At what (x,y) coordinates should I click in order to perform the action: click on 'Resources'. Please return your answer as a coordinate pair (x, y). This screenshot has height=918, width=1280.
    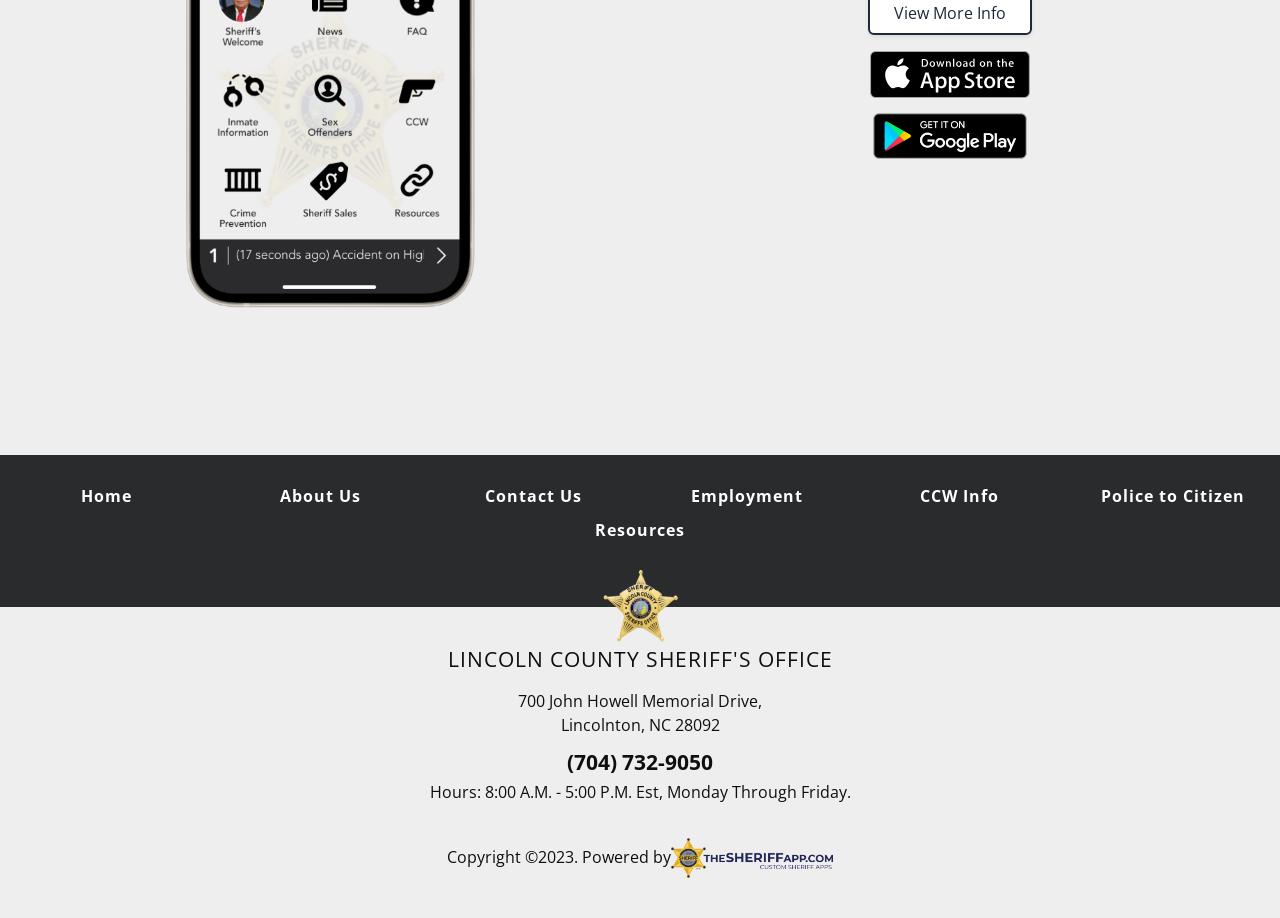
    Looking at the image, I should click on (637, 529).